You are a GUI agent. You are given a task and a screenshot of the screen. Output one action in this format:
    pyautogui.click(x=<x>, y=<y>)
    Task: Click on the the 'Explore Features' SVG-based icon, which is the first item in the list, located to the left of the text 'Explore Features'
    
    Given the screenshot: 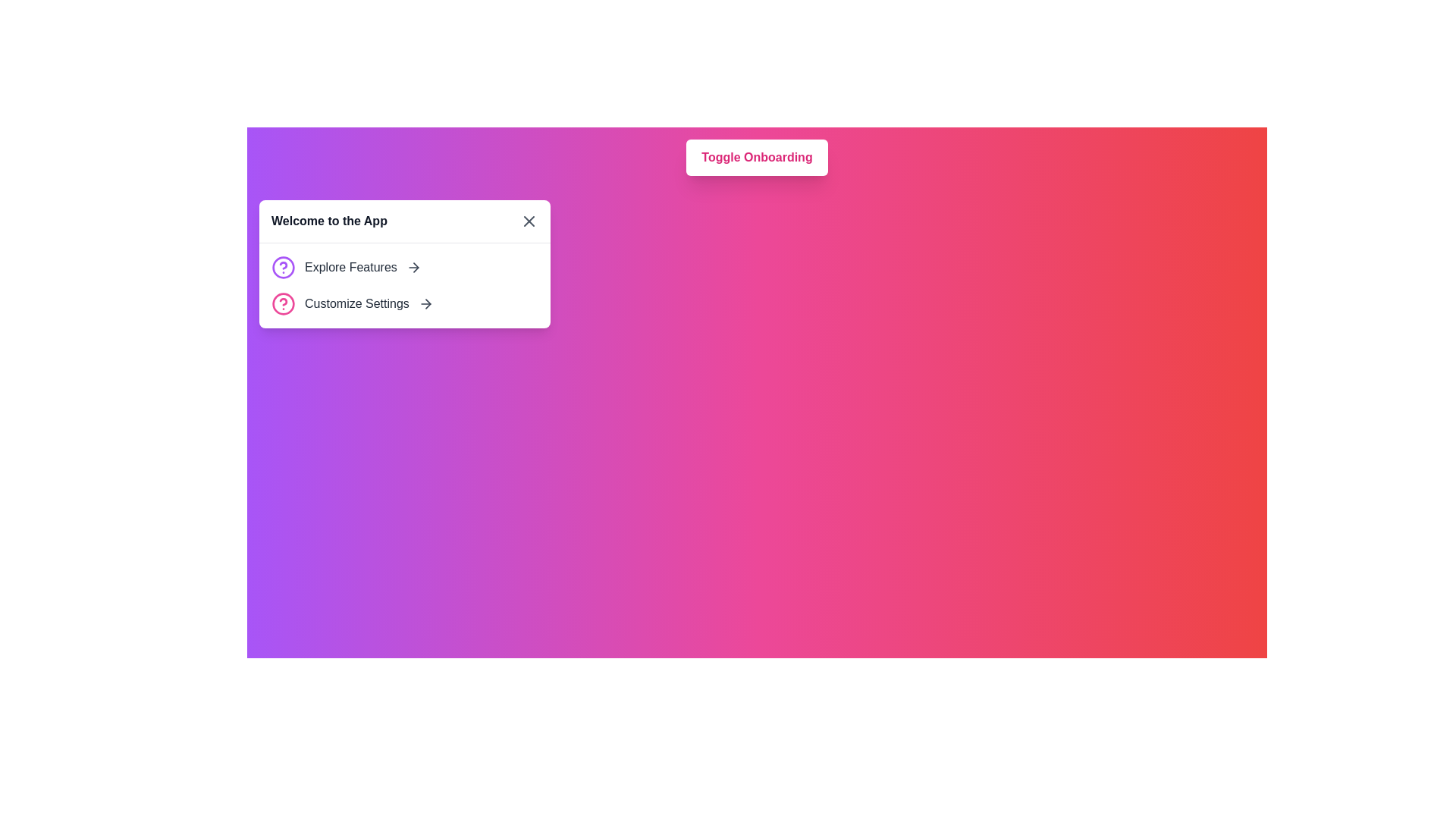 What is the action you would take?
    pyautogui.click(x=284, y=267)
    